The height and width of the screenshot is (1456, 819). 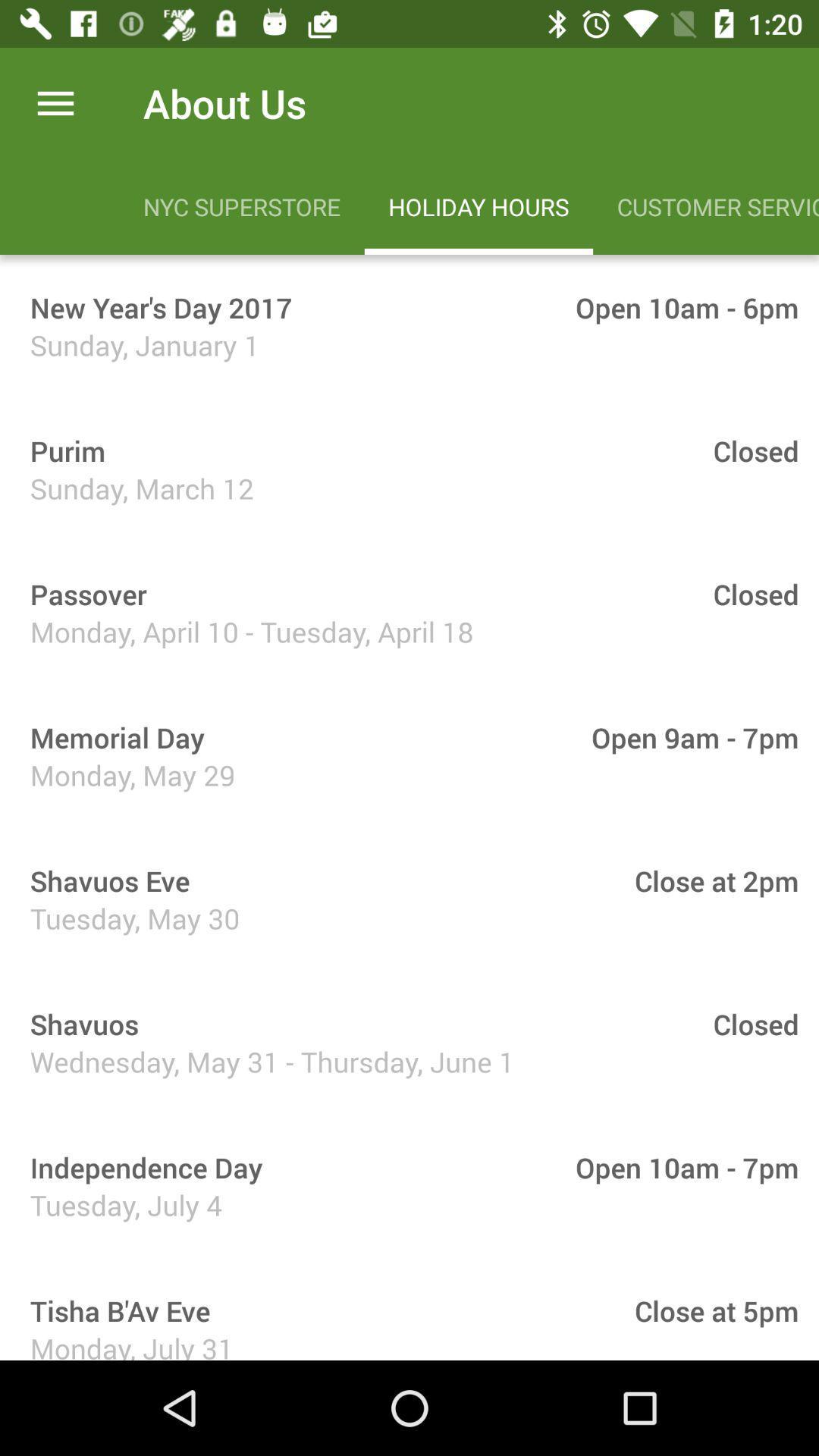 What do you see at coordinates (141, 1166) in the screenshot?
I see `icon to the left of the open 10am - 7pm` at bounding box center [141, 1166].